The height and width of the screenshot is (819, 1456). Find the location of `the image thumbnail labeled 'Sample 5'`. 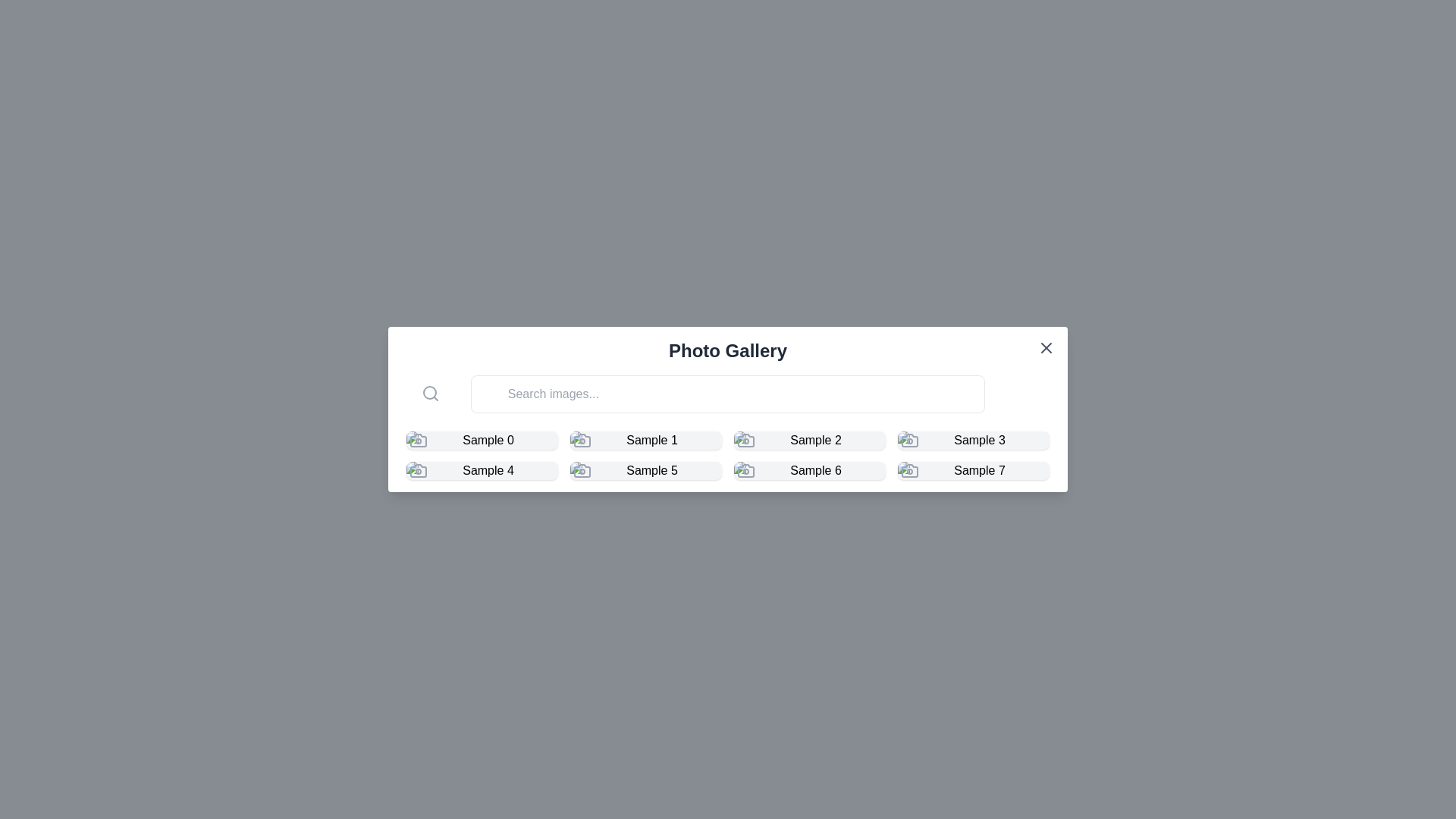

the image thumbnail labeled 'Sample 5' is located at coordinates (645, 470).